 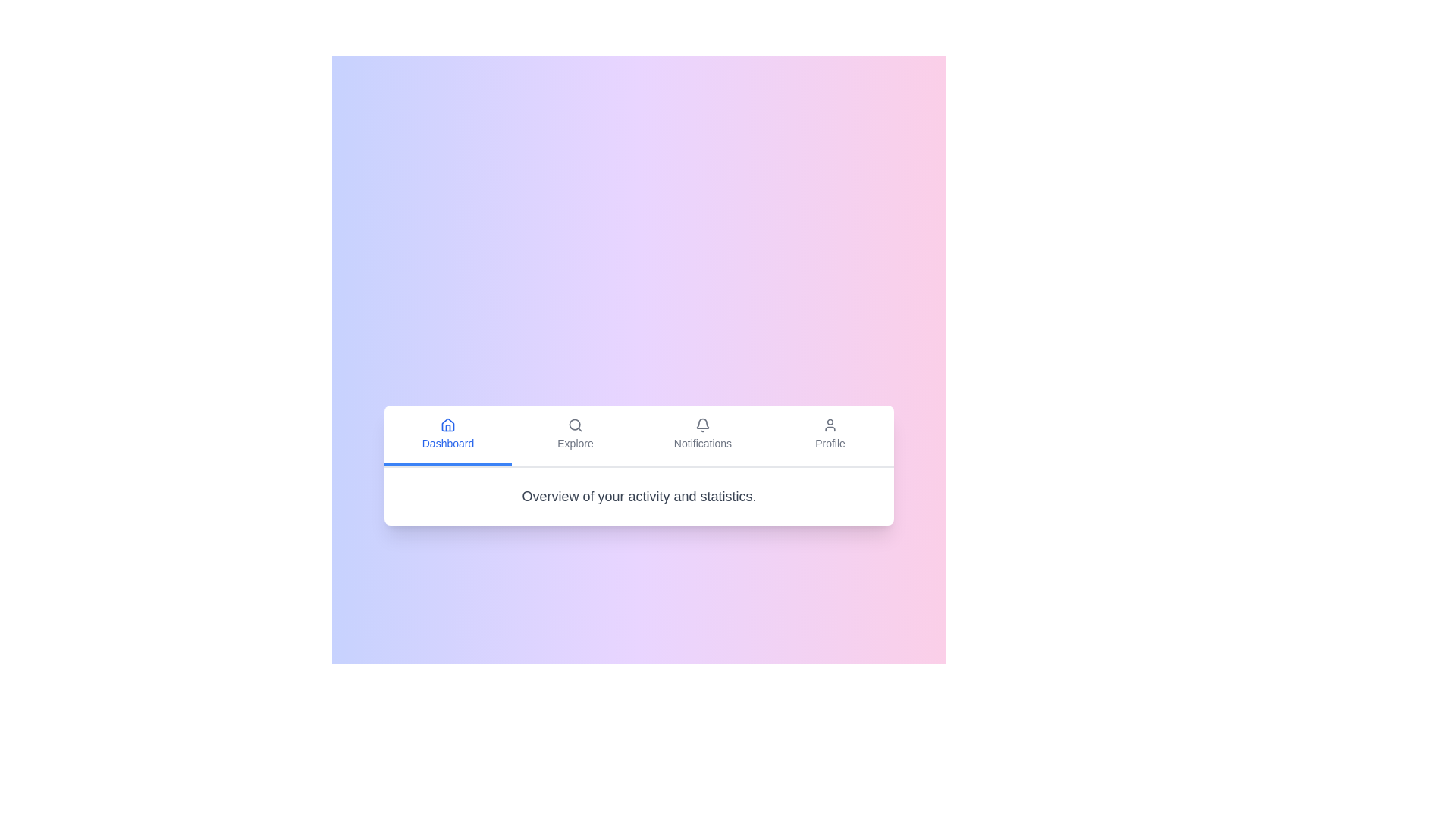 I want to click on the Explore tab, so click(x=574, y=435).